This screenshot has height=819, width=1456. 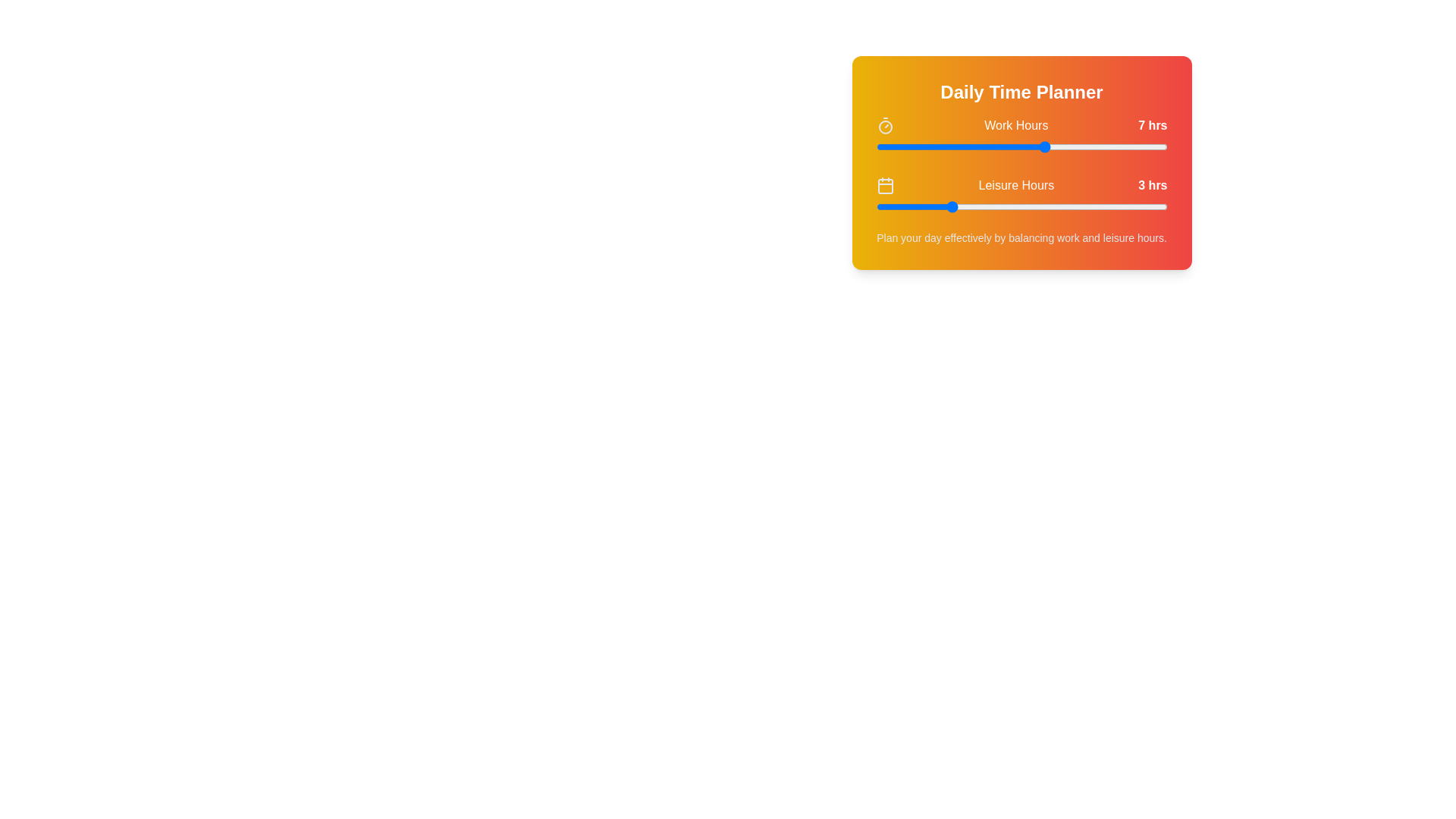 I want to click on the circular SVG graphical element that is part of the clock or timer icon, located in the top-left corner of the 'Daily Time Planner' interface, above the text 'Work Hours', so click(x=885, y=127).